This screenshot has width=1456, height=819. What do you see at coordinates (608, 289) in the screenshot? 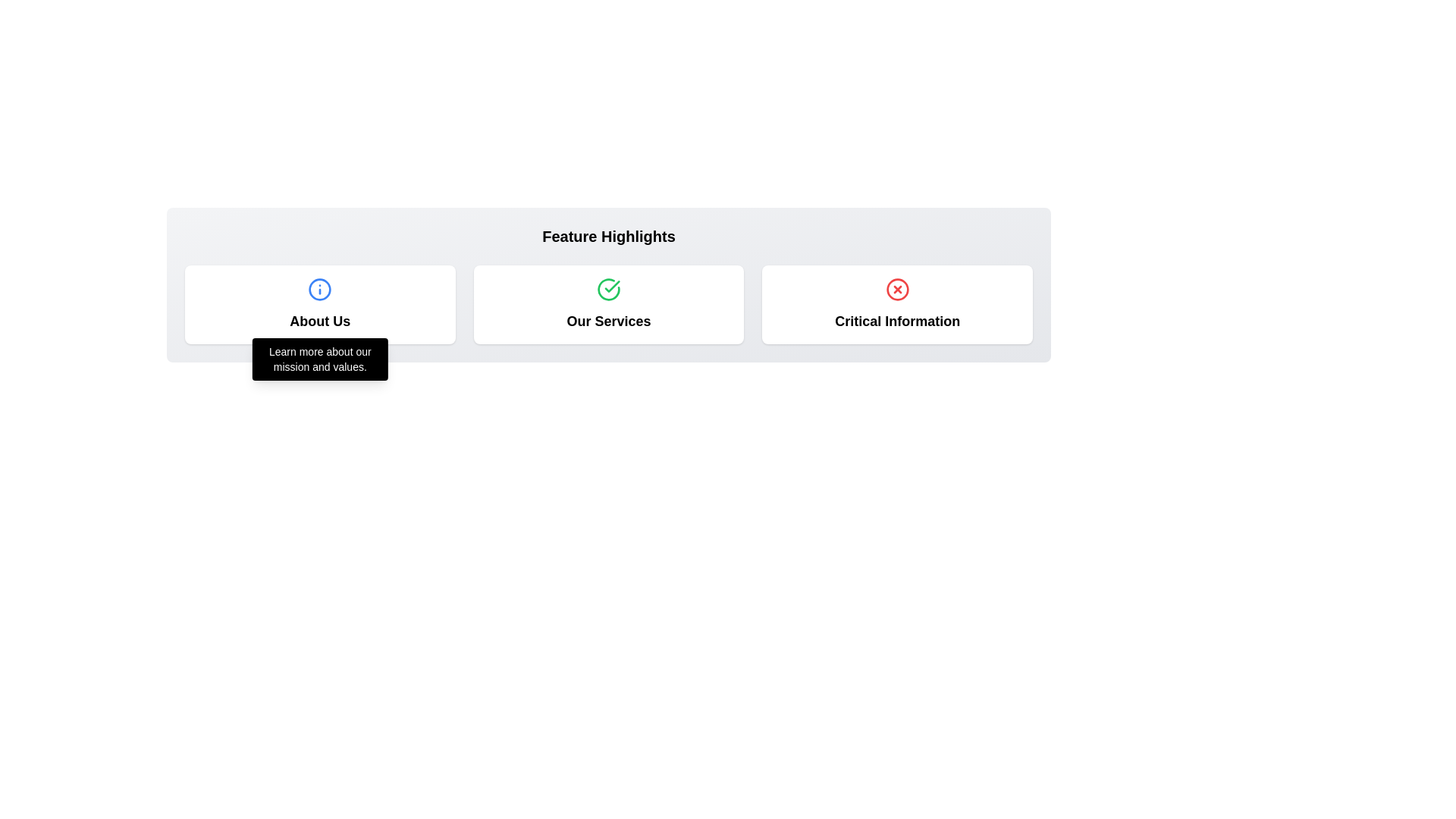
I see `the confirmation icon representing the completion of a service, located within the 'Our Services' box` at bounding box center [608, 289].